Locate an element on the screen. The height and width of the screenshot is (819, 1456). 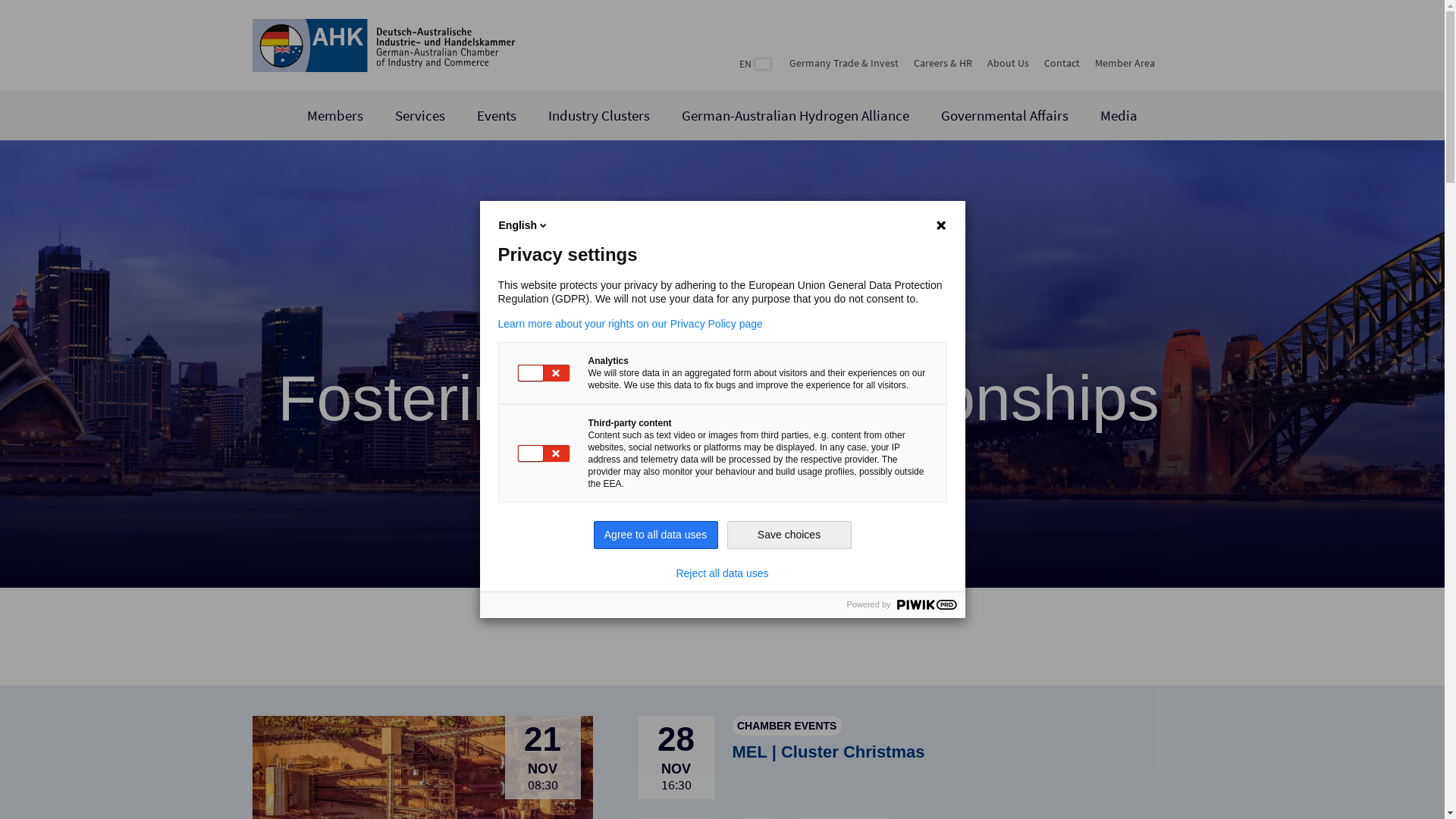
'Media' is located at coordinates (1119, 115).